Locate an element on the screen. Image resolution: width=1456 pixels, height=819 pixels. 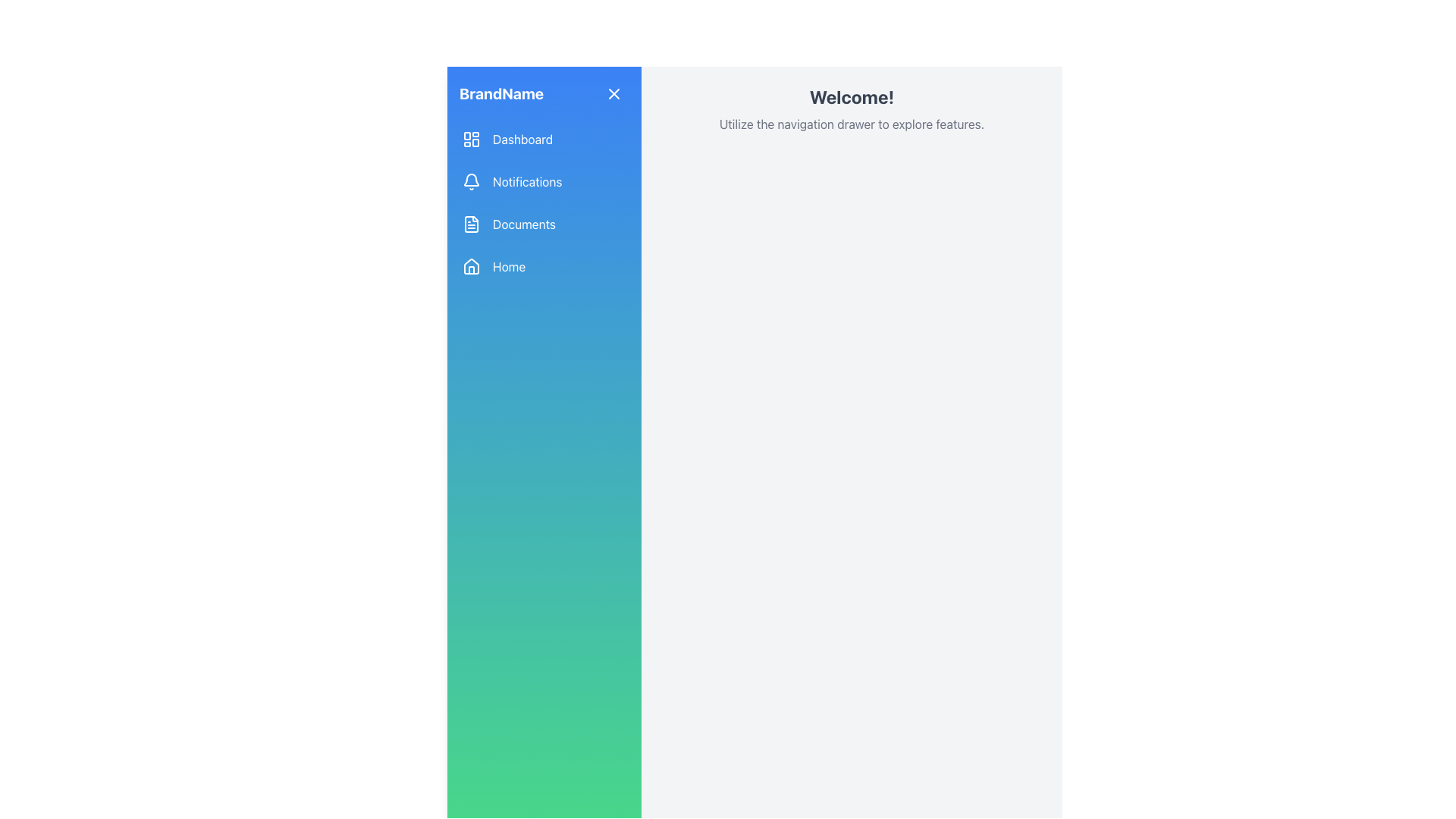
the circular button in the top-right corner of the vertical sidebar, adjacent to the text 'BrandName' is located at coordinates (614, 93).